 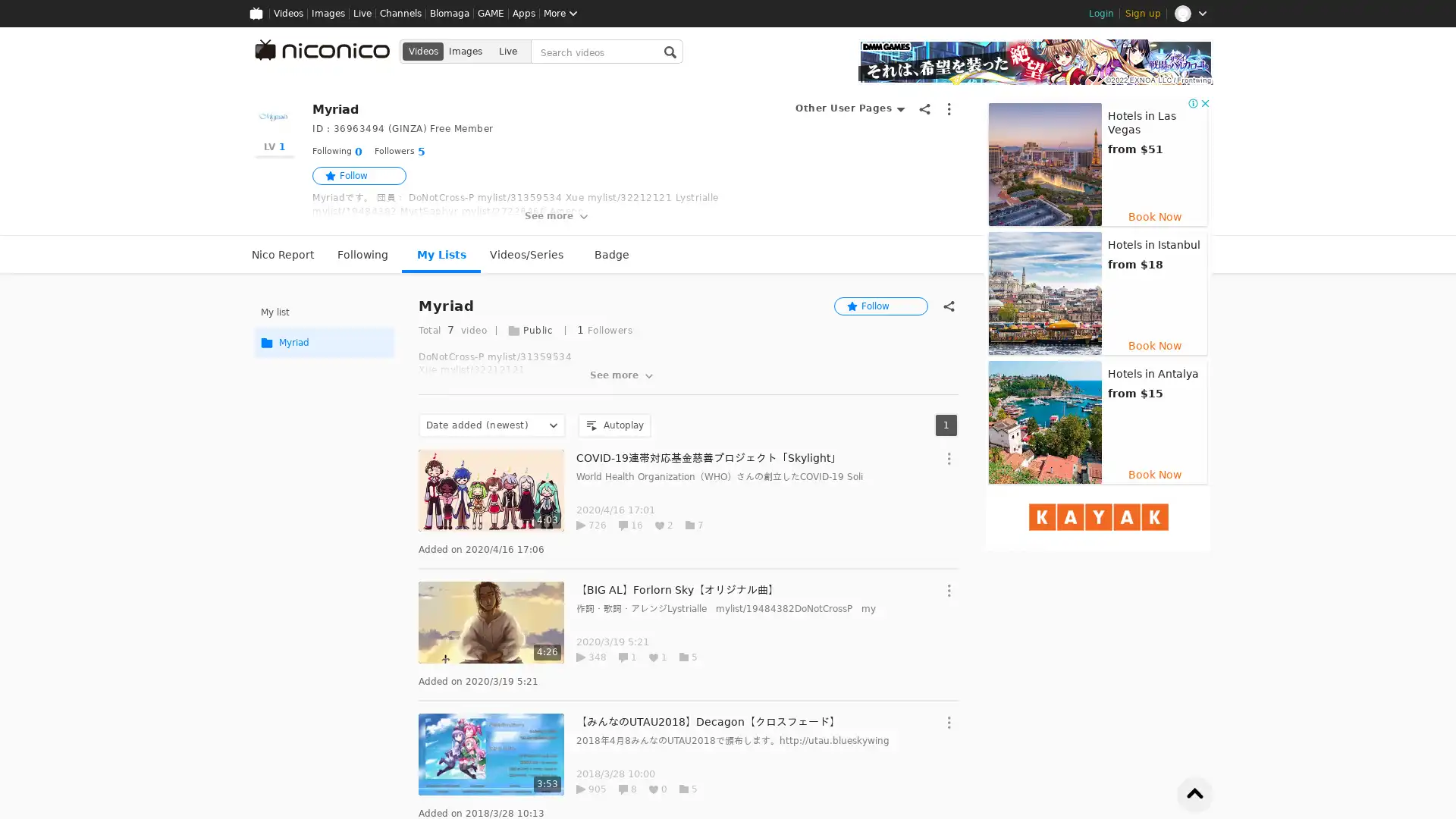 I want to click on Other User Pages, so click(x=849, y=108).